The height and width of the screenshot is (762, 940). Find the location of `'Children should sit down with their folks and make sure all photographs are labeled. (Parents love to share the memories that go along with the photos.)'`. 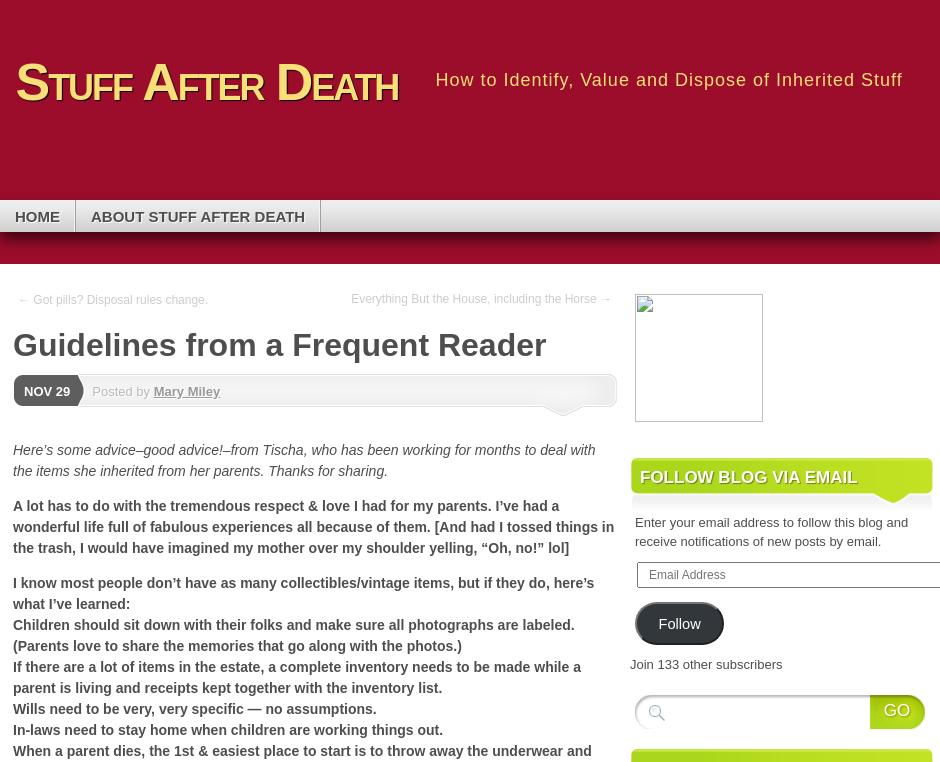

'Children should sit down with their folks and make sure all photographs are labeled. (Parents love to share the memories that go along with the photos.)' is located at coordinates (292, 634).